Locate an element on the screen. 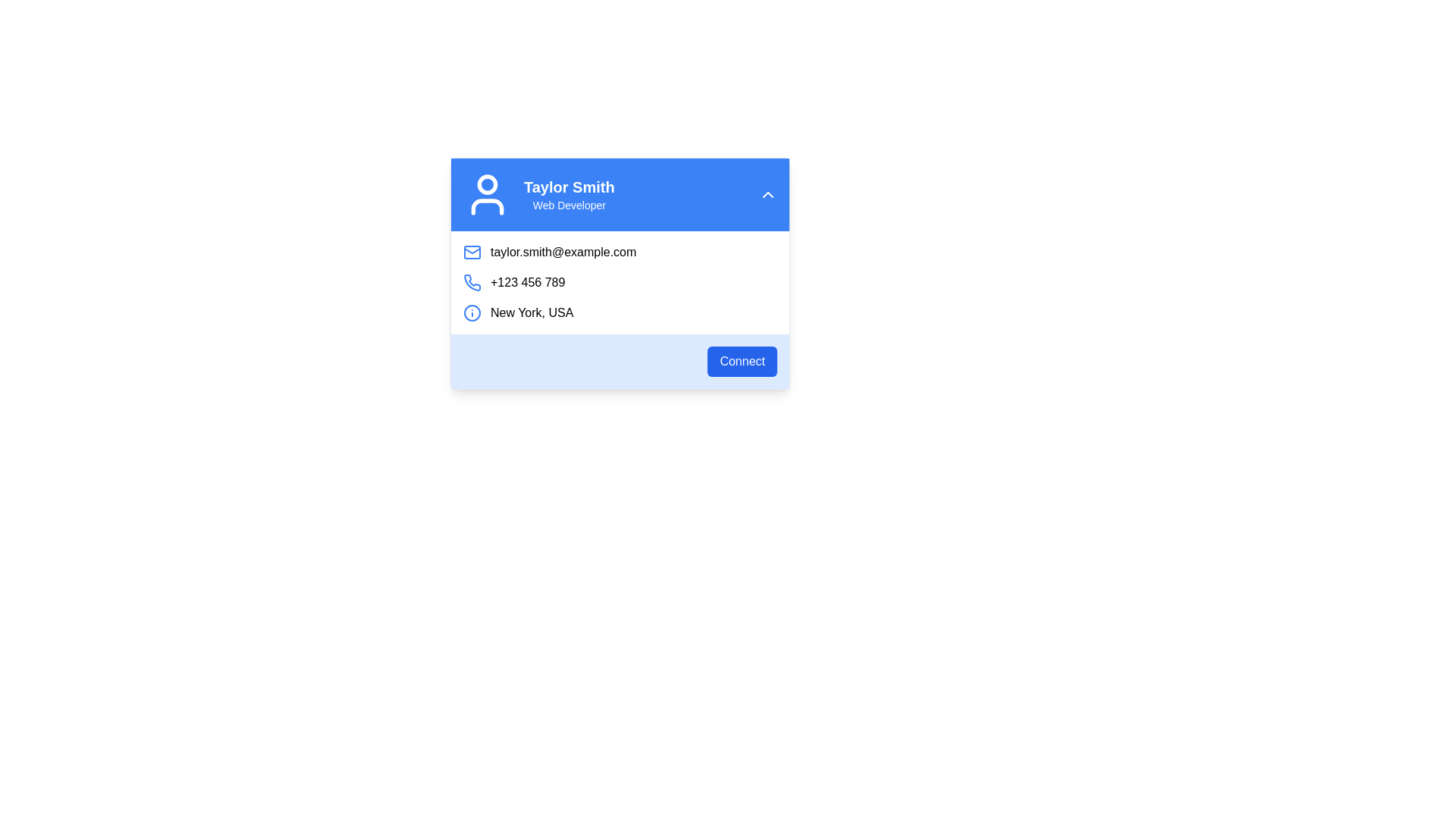  the SVG Circle representing the user's profile picture located at the top of the user's profile card within the blue header section is located at coordinates (488, 184).